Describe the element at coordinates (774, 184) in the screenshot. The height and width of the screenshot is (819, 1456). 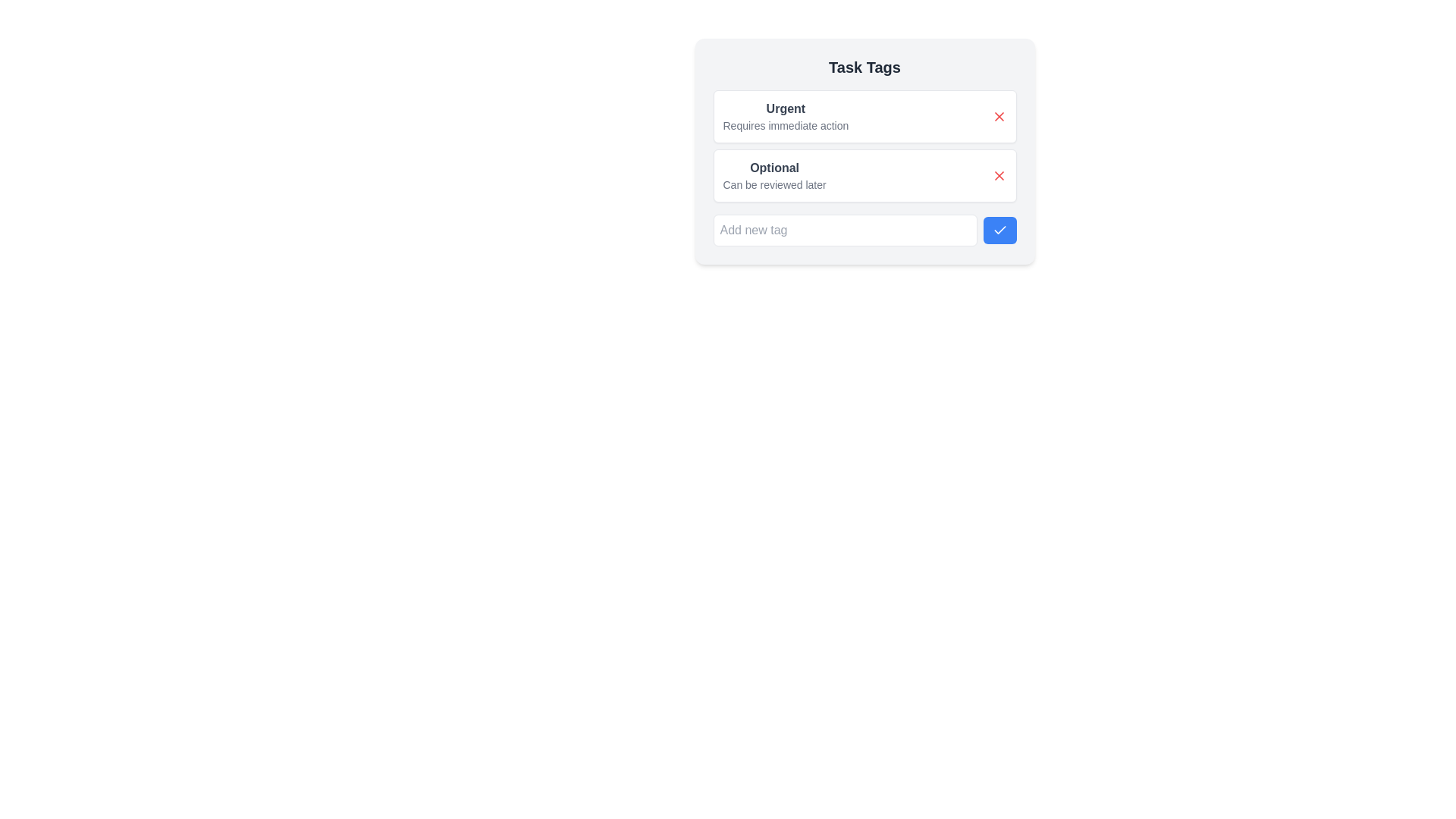
I see `the text element displaying 'Can be reviewed later', which is located below the bold 'Optional' label within the 'Task Tags' card` at that location.